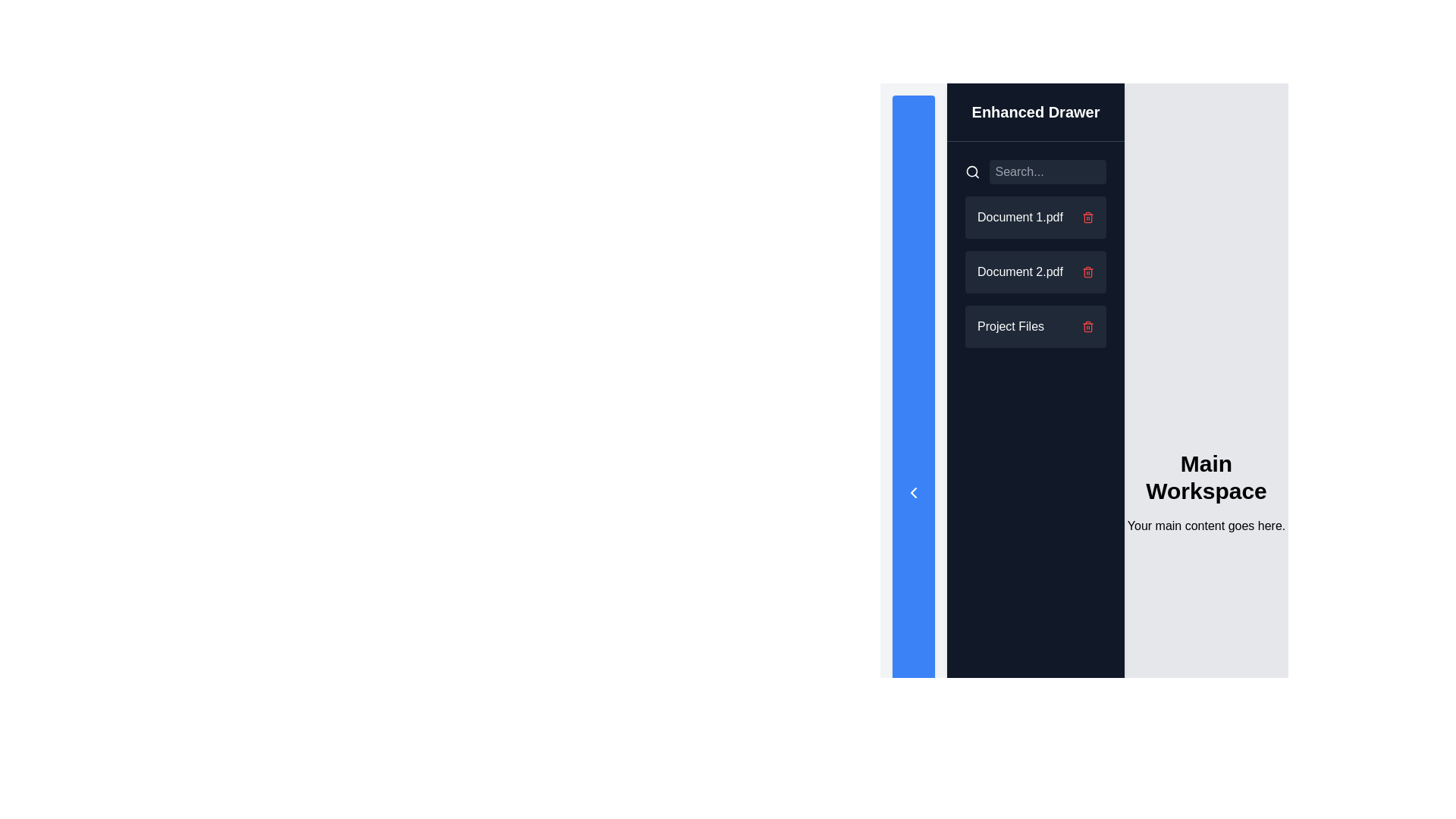 The width and height of the screenshot is (1456, 819). What do you see at coordinates (912, 493) in the screenshot?
I see `the icon button located at the center of the blue vertical strip to trigger tooltip or visual feedback` at bounding box center [912, 493].